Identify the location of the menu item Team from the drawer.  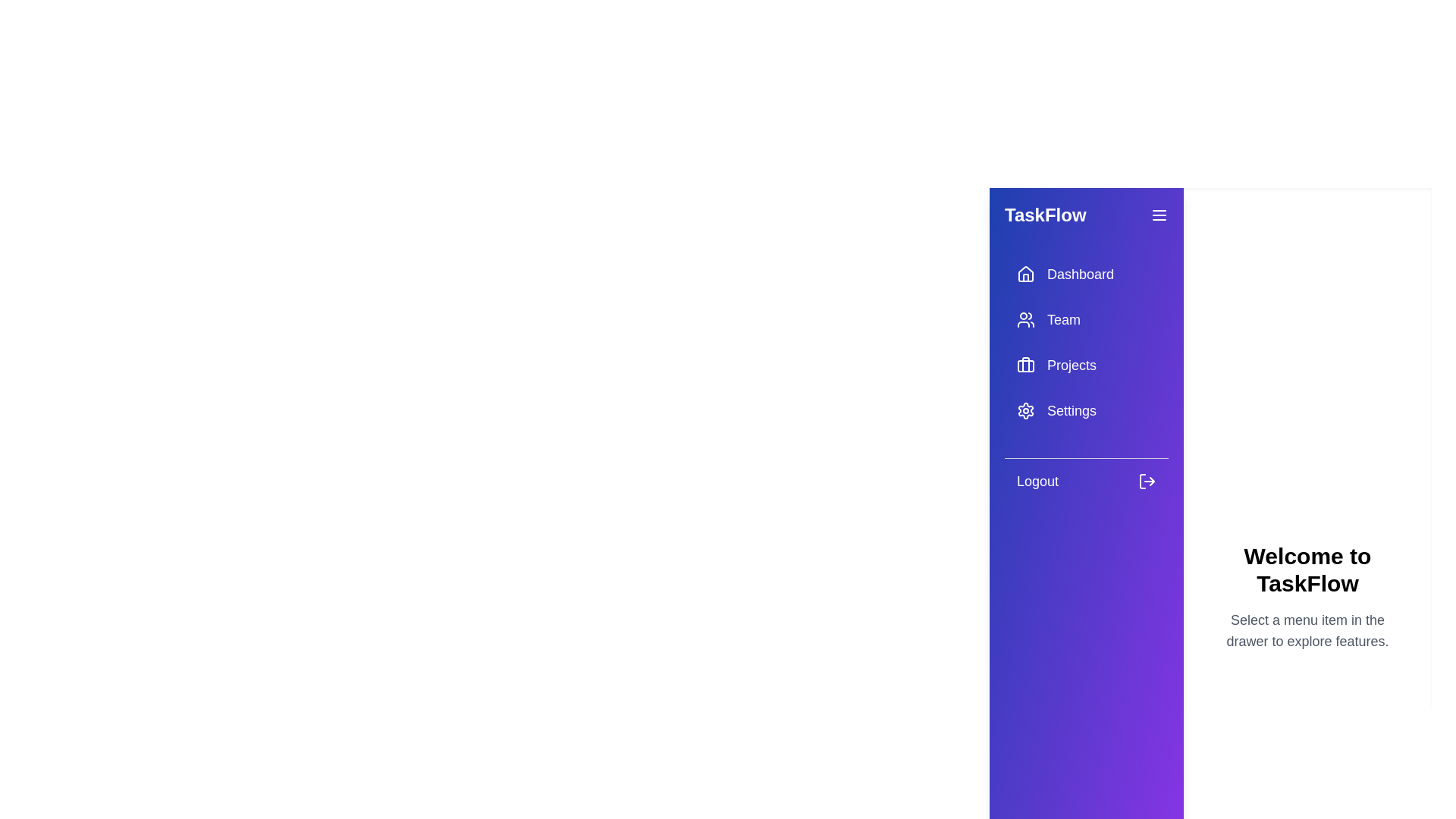
(1086, 318).